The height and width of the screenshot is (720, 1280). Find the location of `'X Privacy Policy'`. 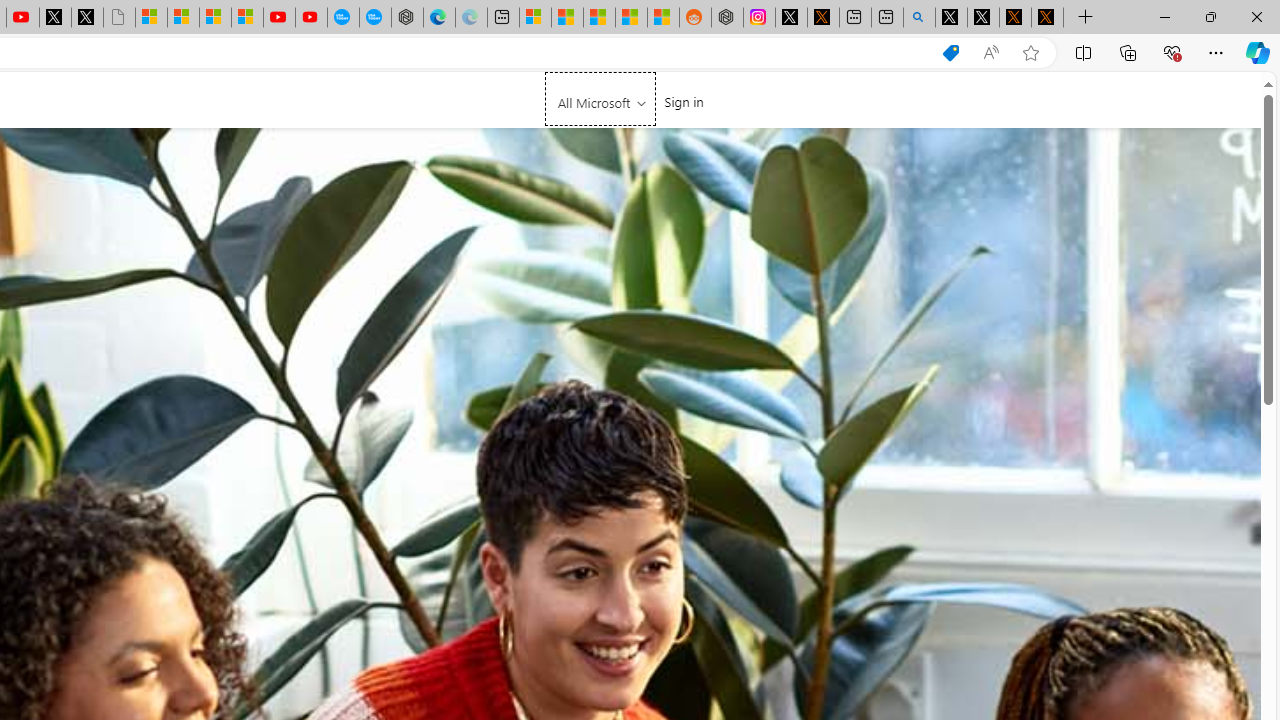

'X Privacy Policy' is located at coordinates (1046, 17).